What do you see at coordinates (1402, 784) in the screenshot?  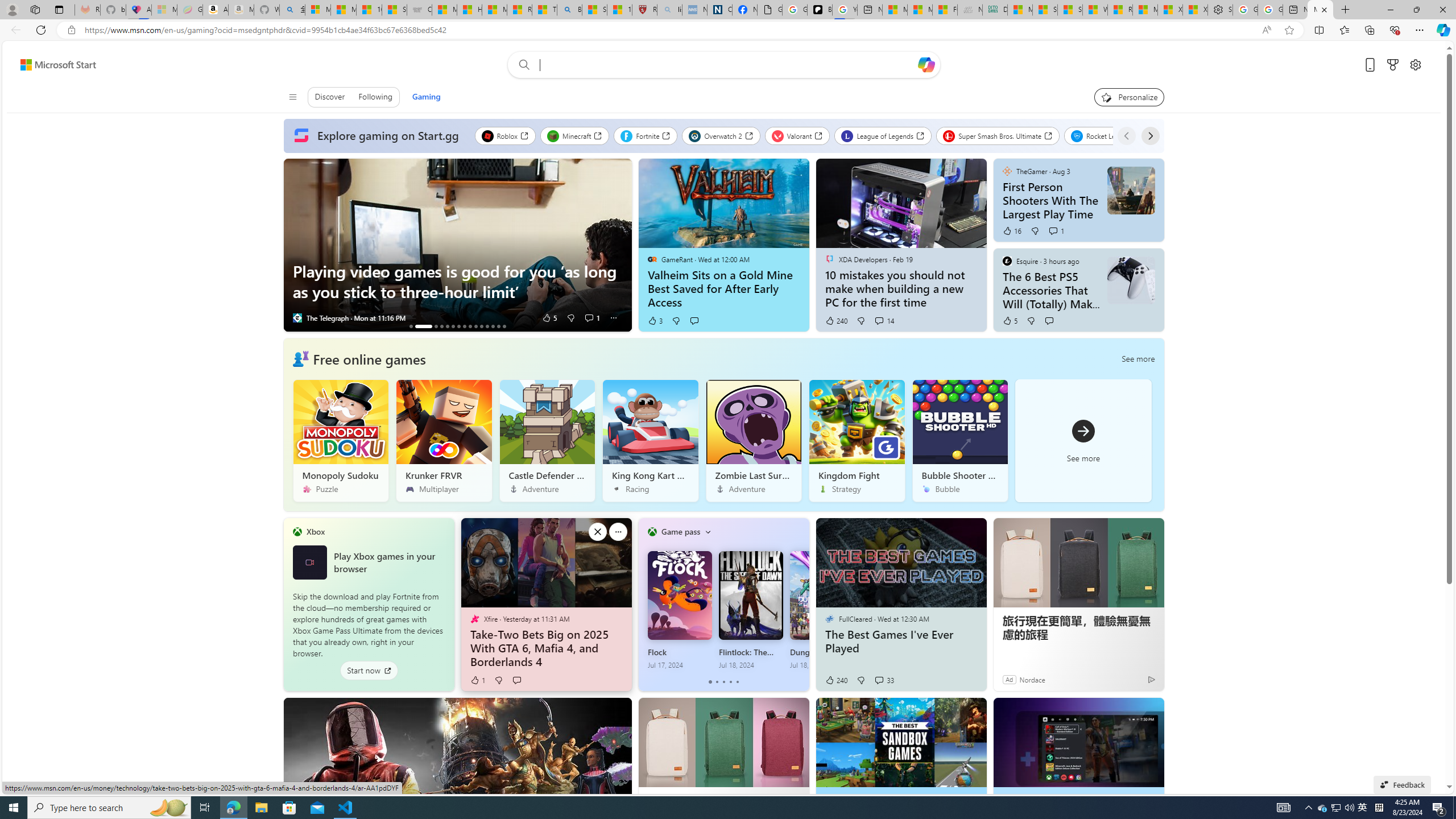 I see `'Feedback'` at bounding box center [1402, 784].